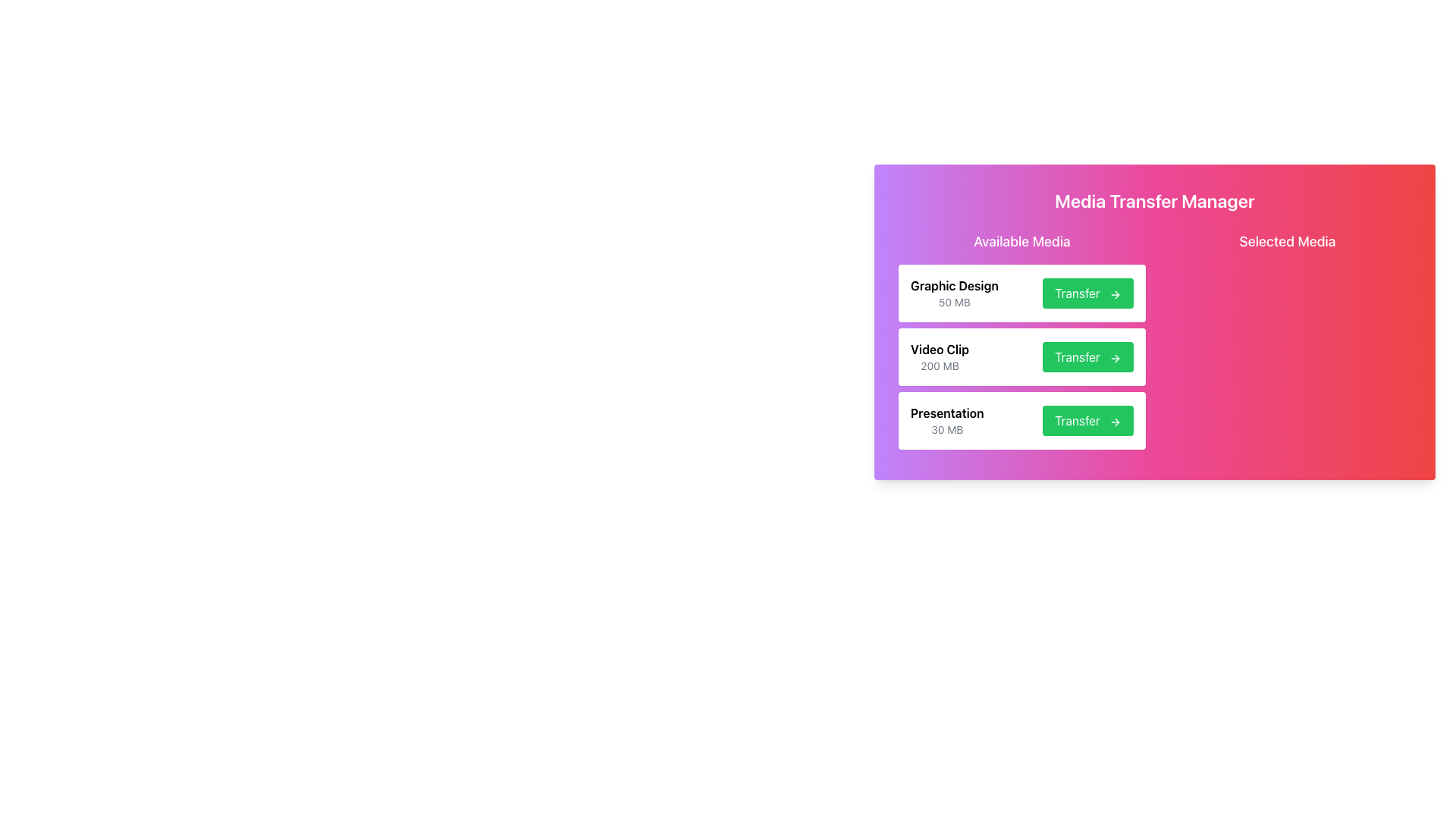 This screenshot has height=819, width=1456. I want to click on the static text label 'Presentation' which is bold and acts as a header within the 'Available Media' section, located above '30 MB' and to the left of the 'Transfer' button, so click(946, 413).